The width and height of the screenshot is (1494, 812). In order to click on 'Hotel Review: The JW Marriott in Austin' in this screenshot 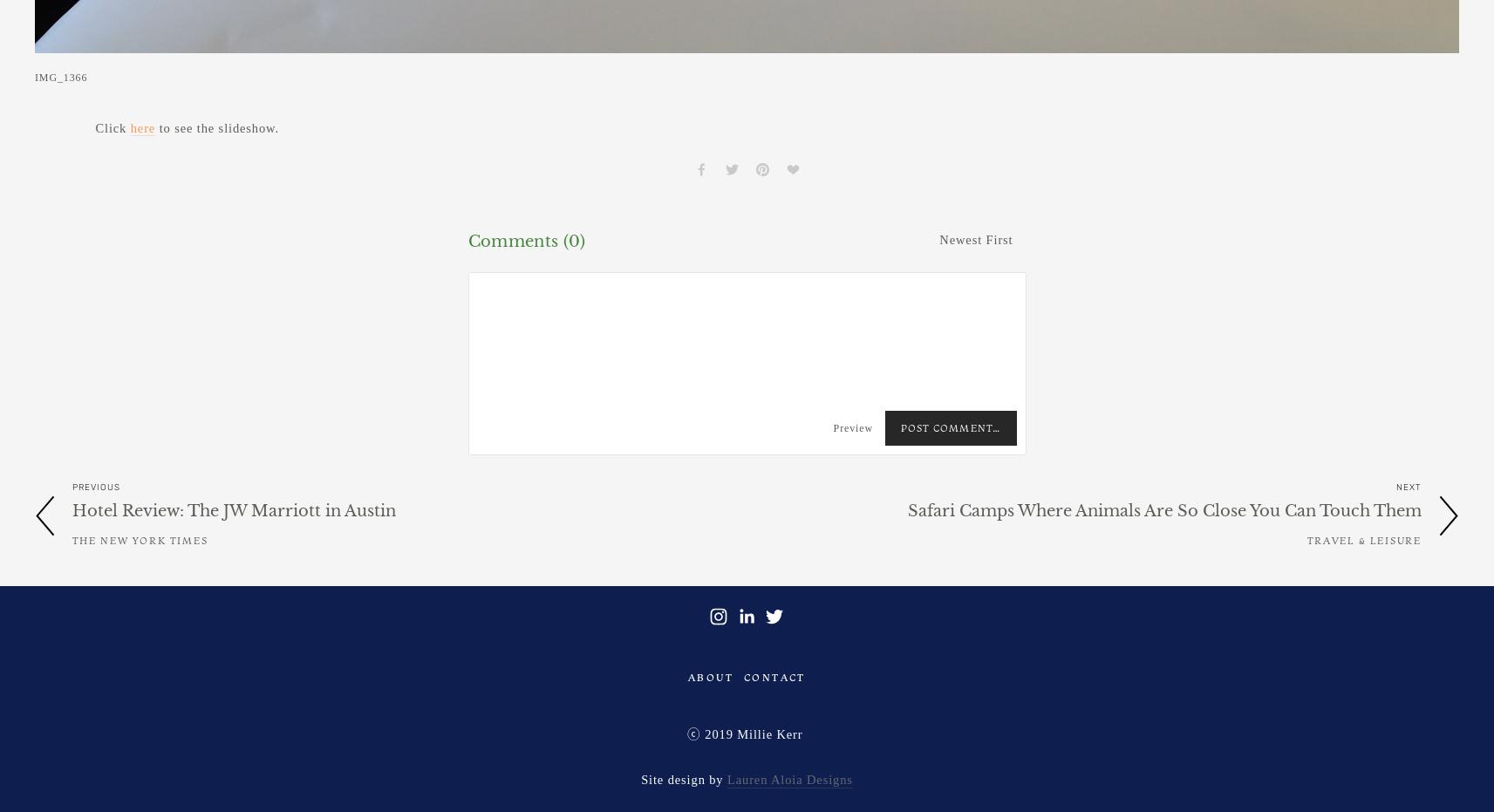, I will do `click(234, 509)`.